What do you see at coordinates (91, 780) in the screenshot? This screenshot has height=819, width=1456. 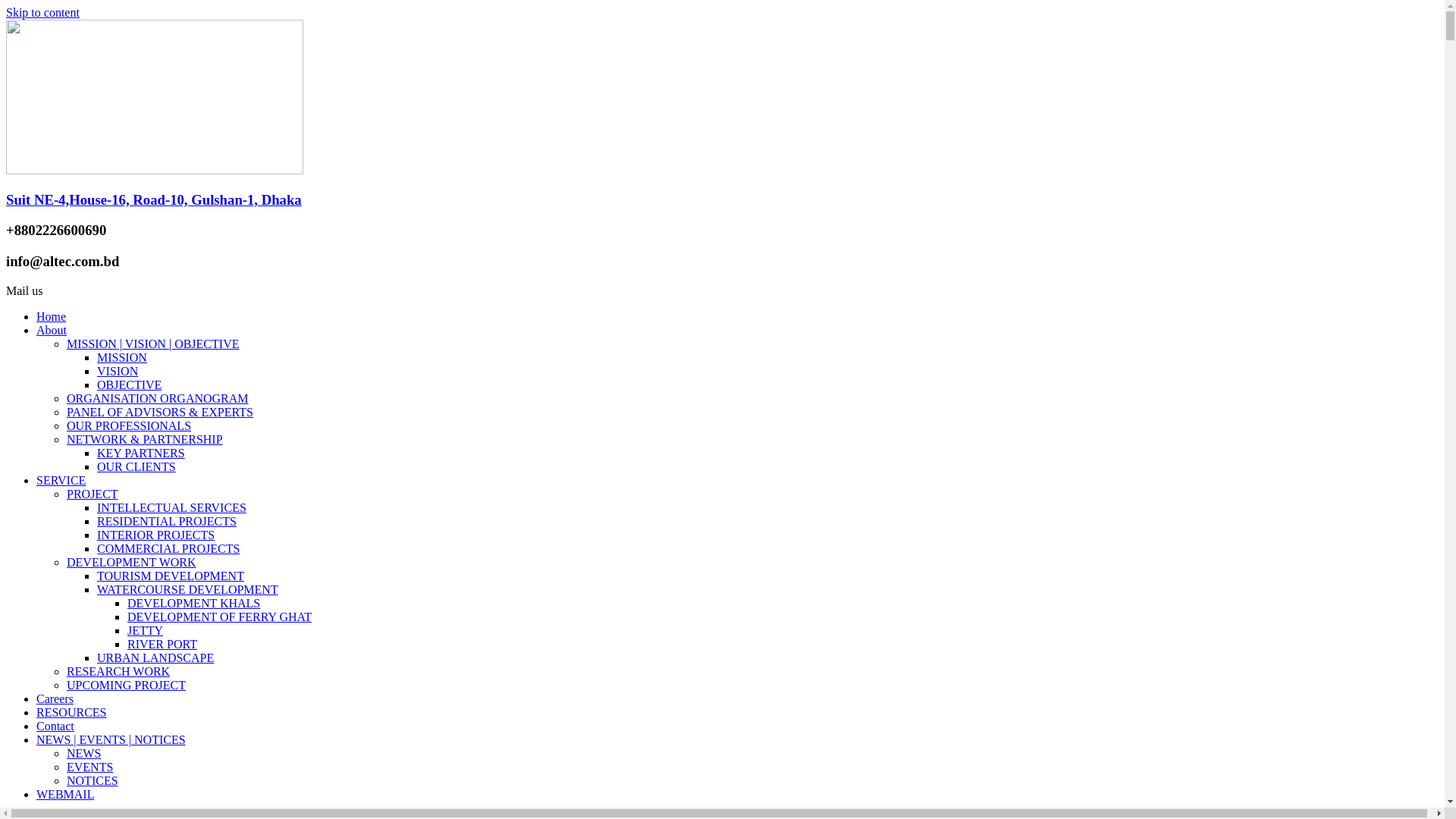 I see `'NOTICES'` at bounding box center [91, 780].